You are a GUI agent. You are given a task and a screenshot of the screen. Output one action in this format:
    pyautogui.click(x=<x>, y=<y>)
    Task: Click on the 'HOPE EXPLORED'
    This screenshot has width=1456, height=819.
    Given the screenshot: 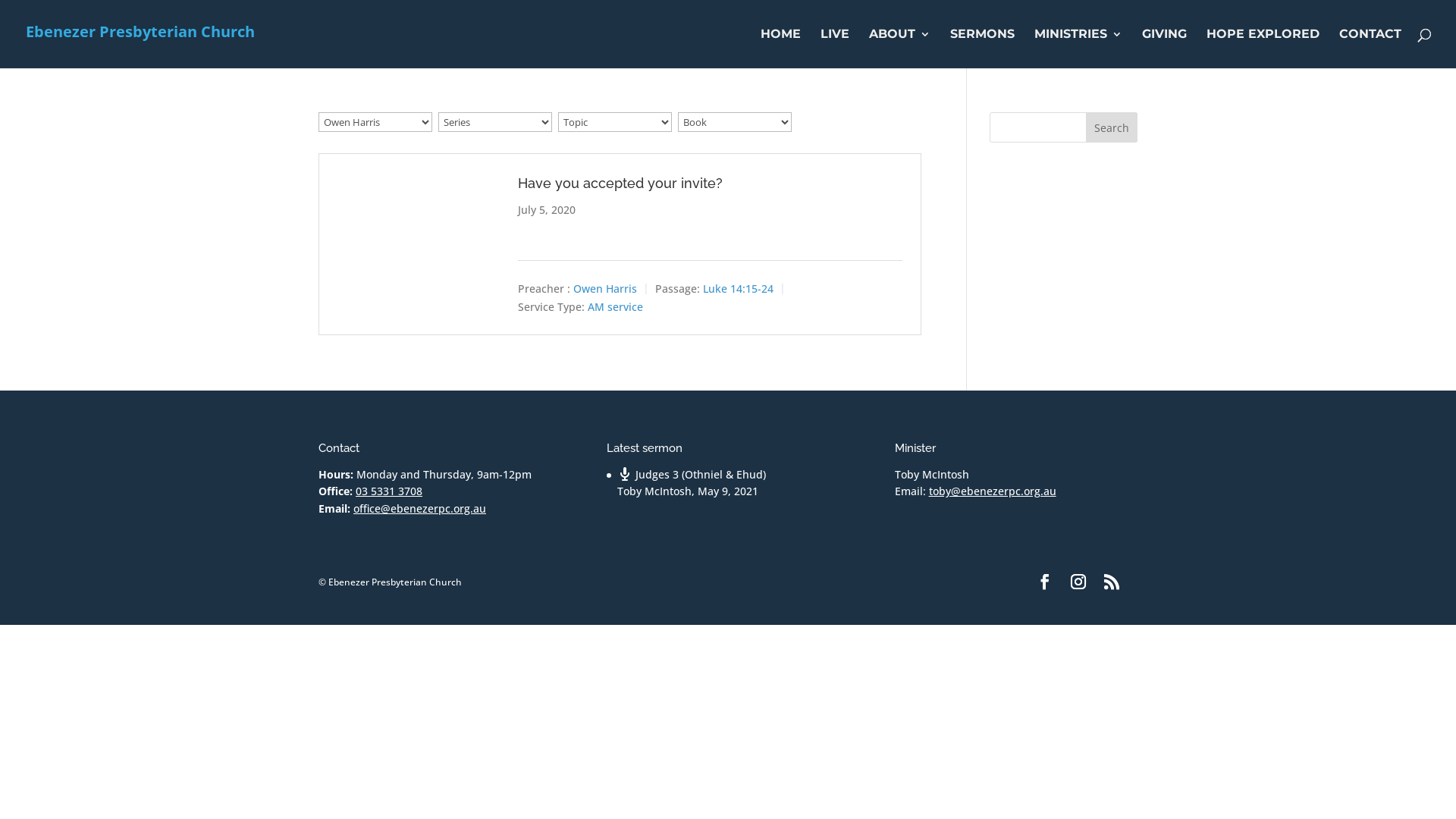 What is the action you would take?
    pyautogui.click(x=1263, y=48)
    